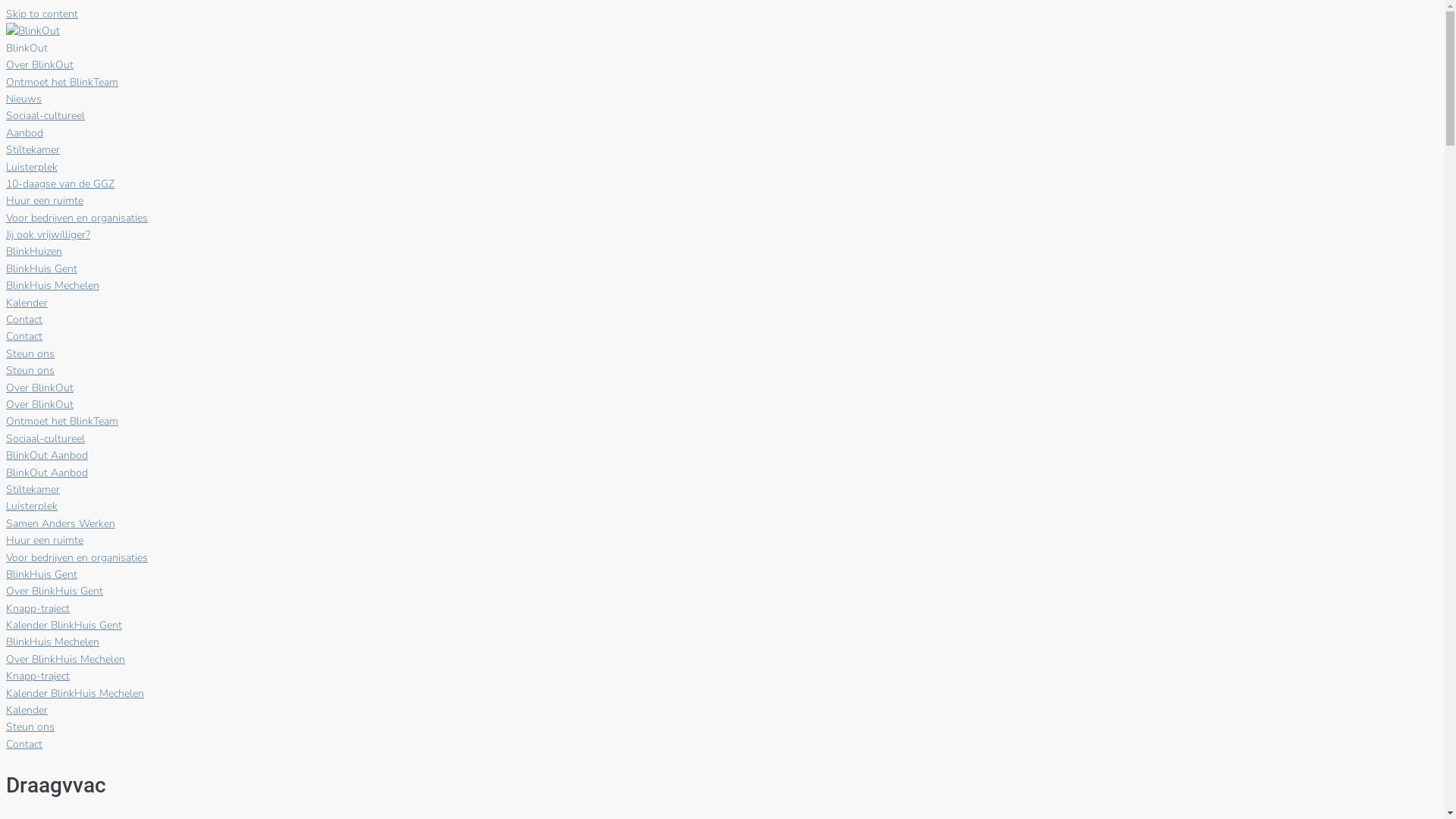 This screenshot has width=1456, height=819. I want to click on 'Over BlinkHuis Mechelen', so click(64, 658).